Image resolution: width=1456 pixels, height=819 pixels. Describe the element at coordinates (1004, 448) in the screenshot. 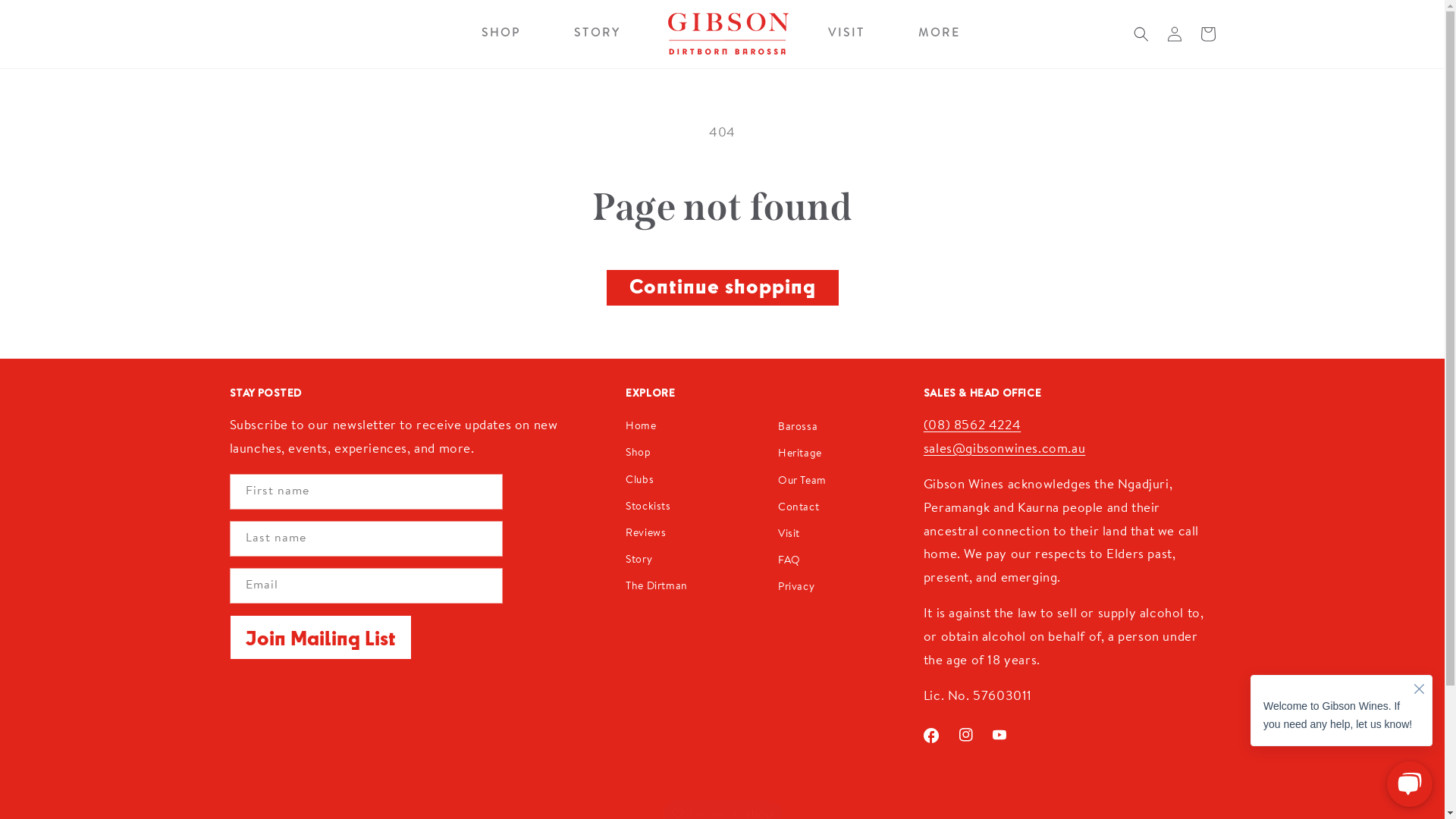

I see `'sales@gibsonwines.com.au'` at that location.